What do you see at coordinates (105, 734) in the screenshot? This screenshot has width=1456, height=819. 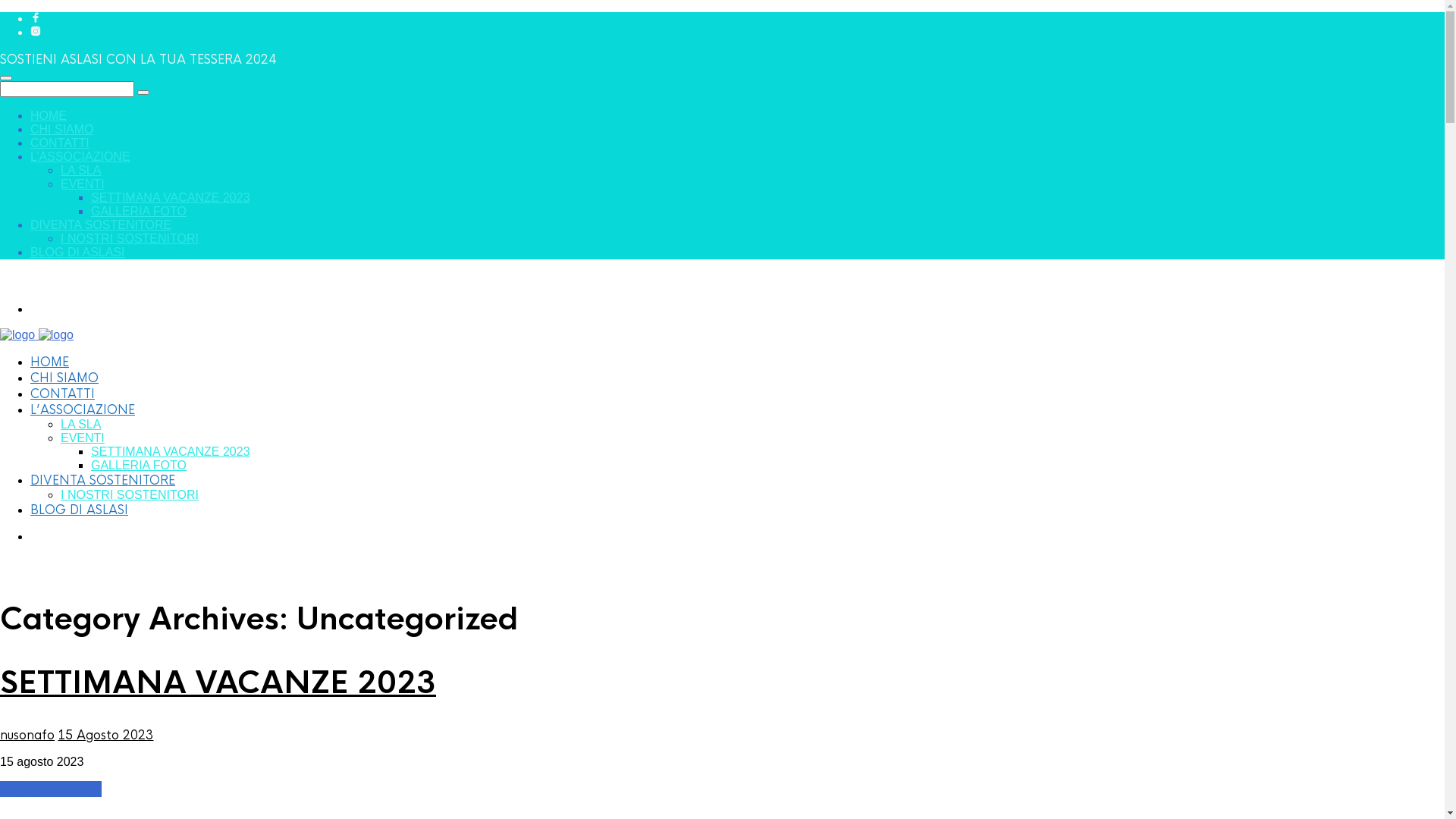 I see `'15 Agosto 2023'` at bounding box center [105, 734].